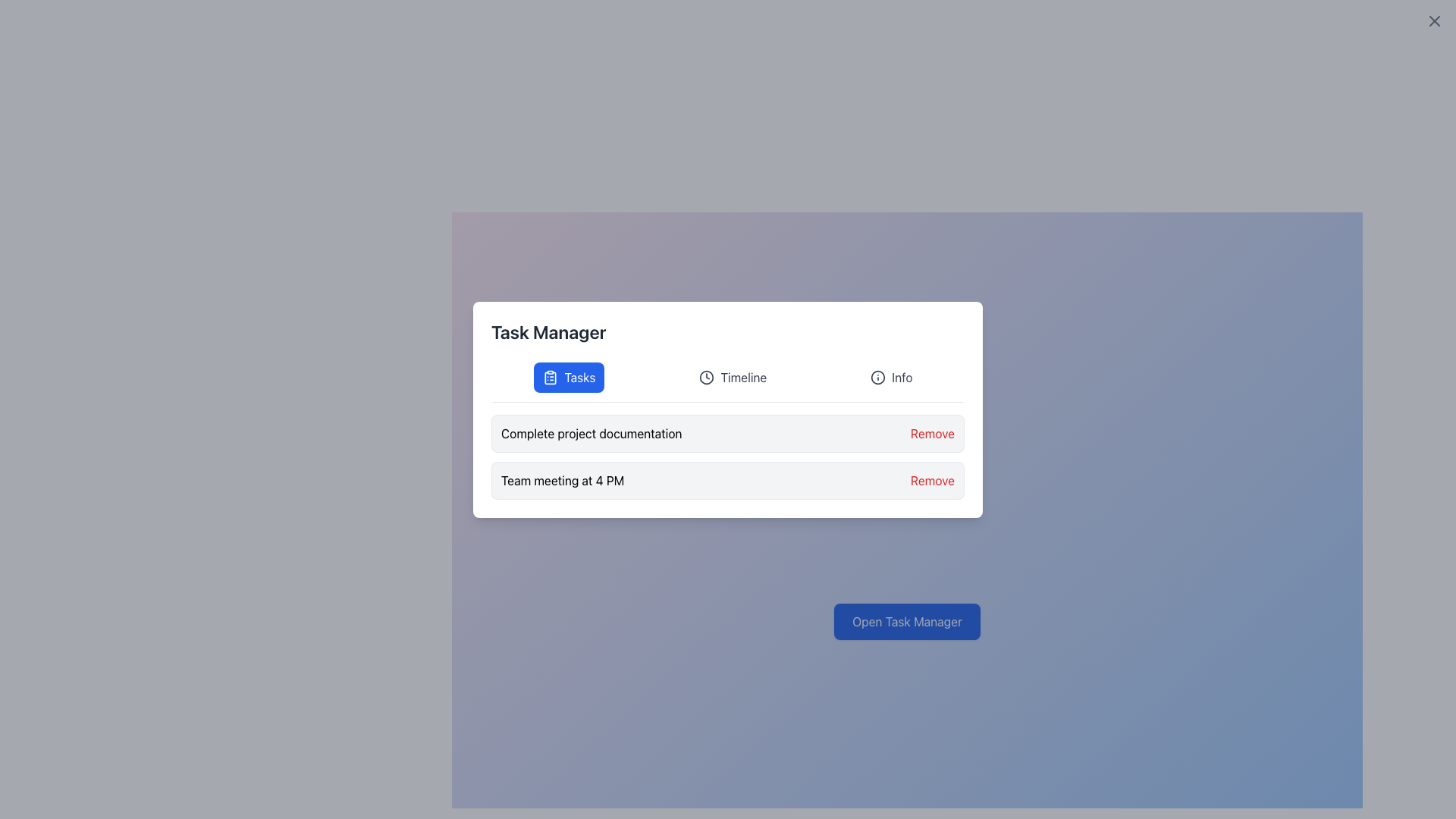 The height and width of the screenshot is (819, 1456). Describe the element at coordinates (550, 376) in the screenshot. I see `the clipboard checklist icon located within the blue 'Tasks' button on the left side of the button` at that location.